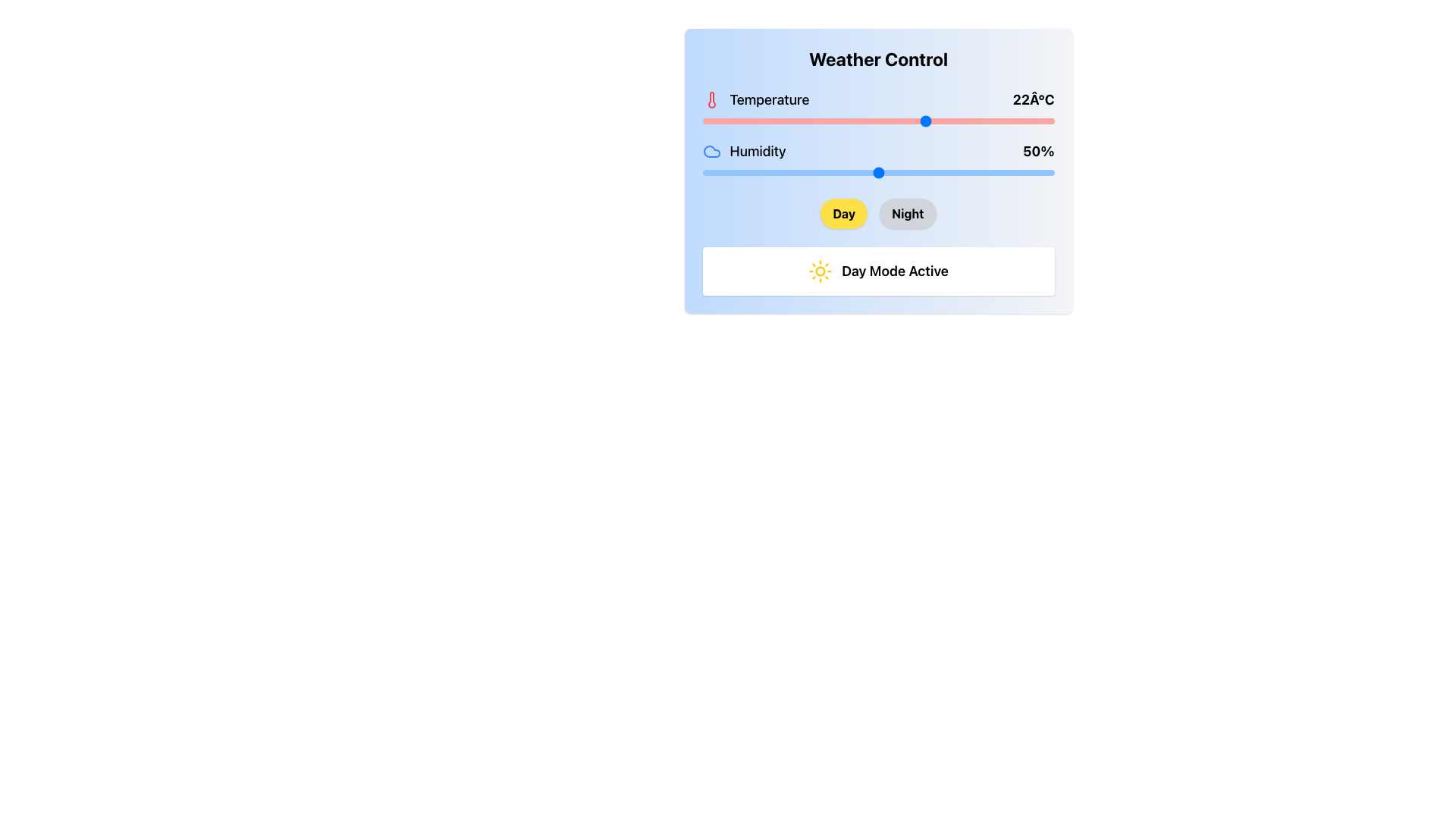  What do you see at coordinates (828, 120) in the screenshot?
I see `the temperature` at bounding box center [828, 120].